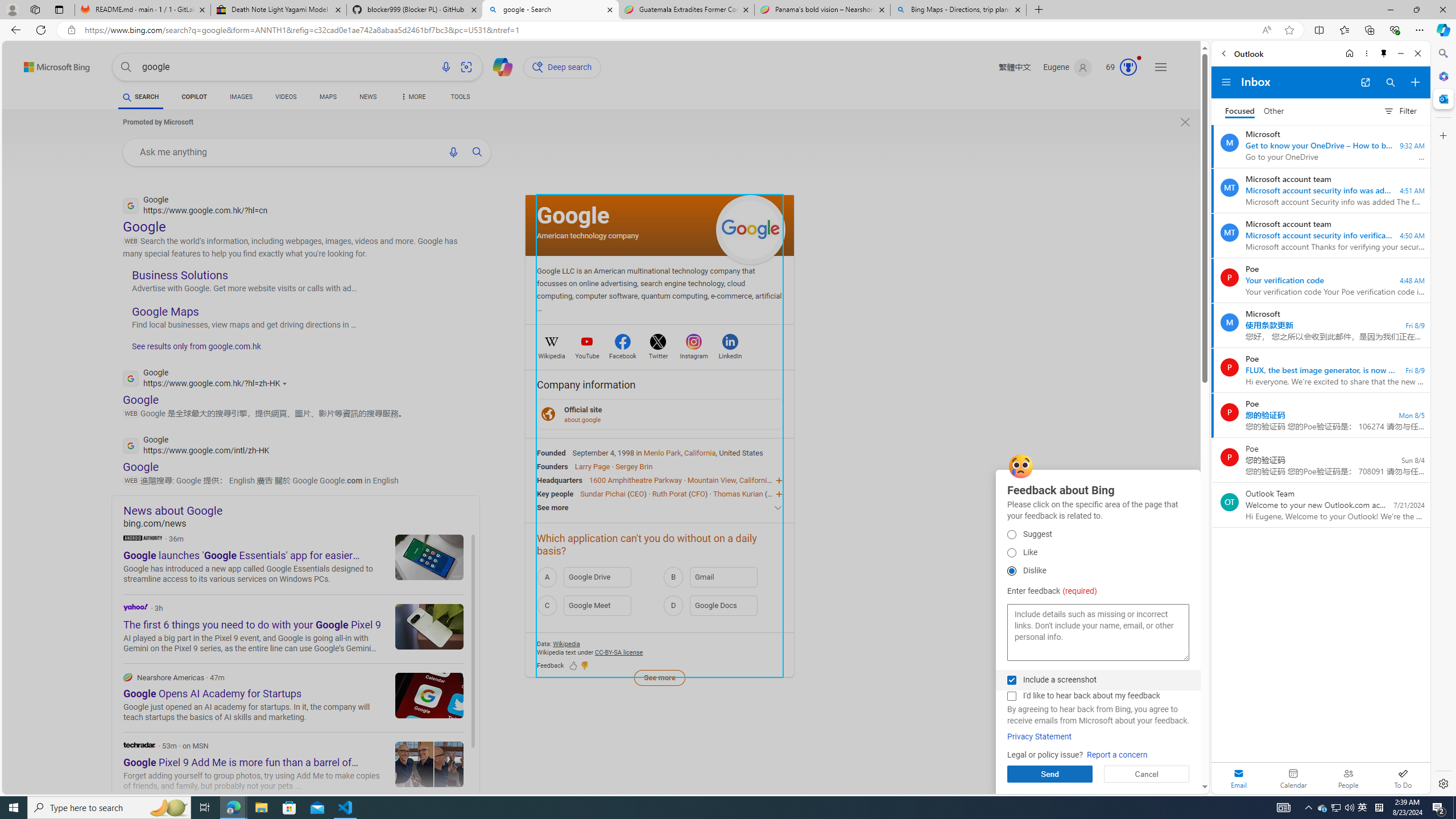  What do you see at coordinates (1011, 696) in the screenshot?
I see `'I'` at bounding box center [1011, 696].